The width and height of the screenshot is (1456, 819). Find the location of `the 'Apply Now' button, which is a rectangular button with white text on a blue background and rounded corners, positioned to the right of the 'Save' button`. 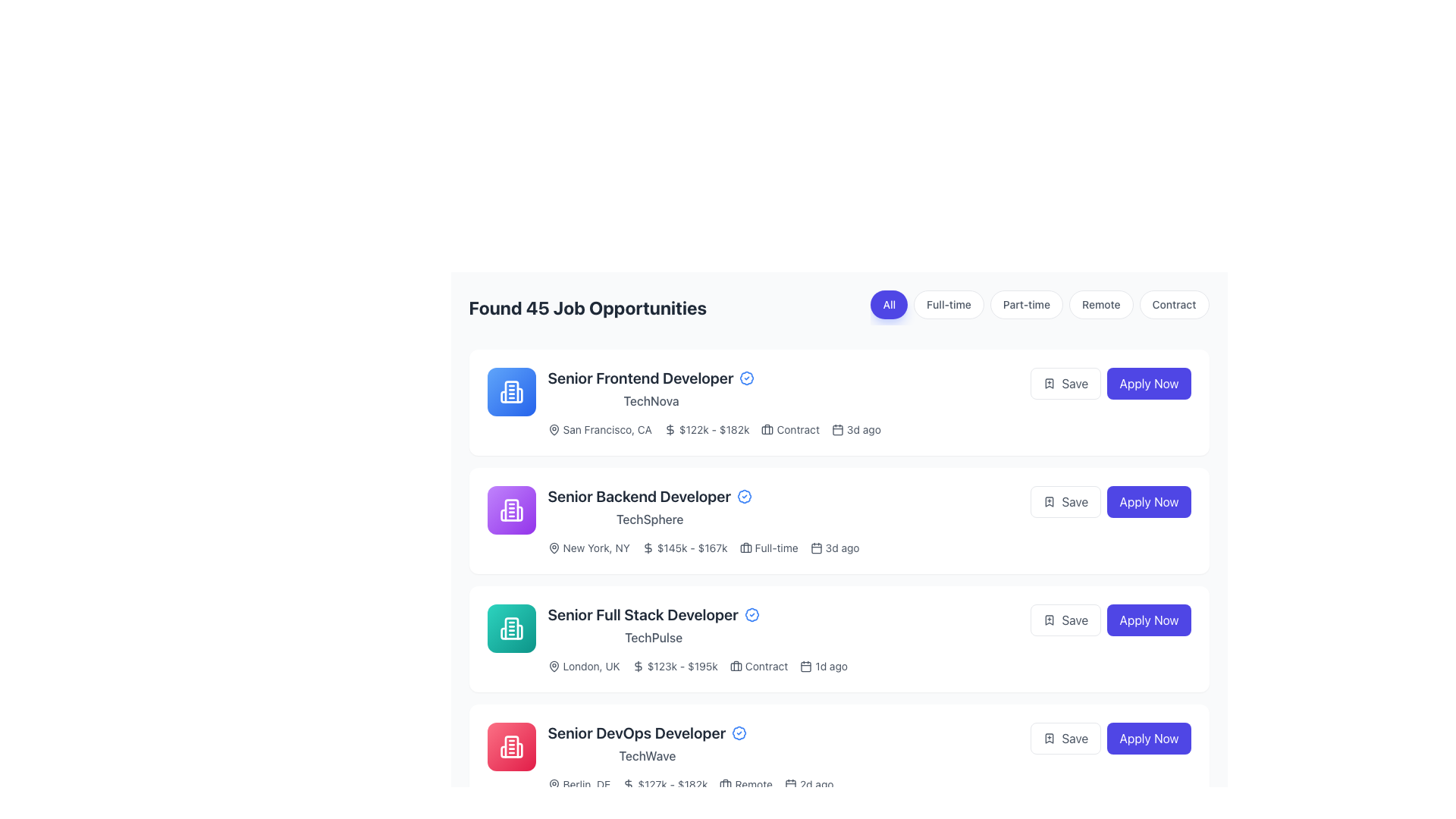

the 'Apply Now' button, which is a rectangular button with white text on a blue background and rounded corners, positioned to the right of the 'Save' button is located at coordinates (1149, 620).